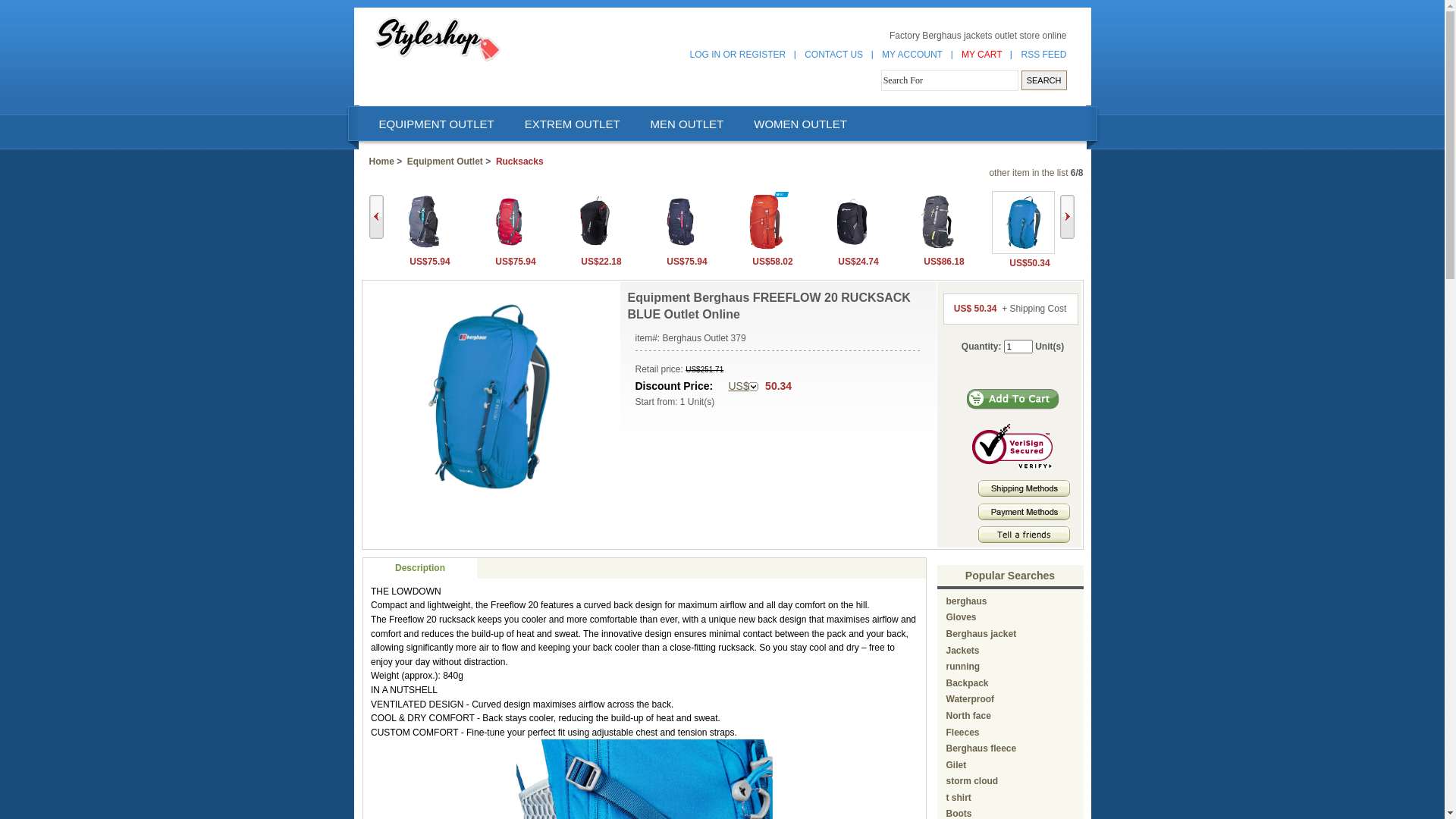 Image resolution: width=1456 pixels, height=819 pixels. I want to click on ' Equipment Berghaus FREEFLOW 20 RUCKSACK BLUE Outlet Online ', so click(488, 396).